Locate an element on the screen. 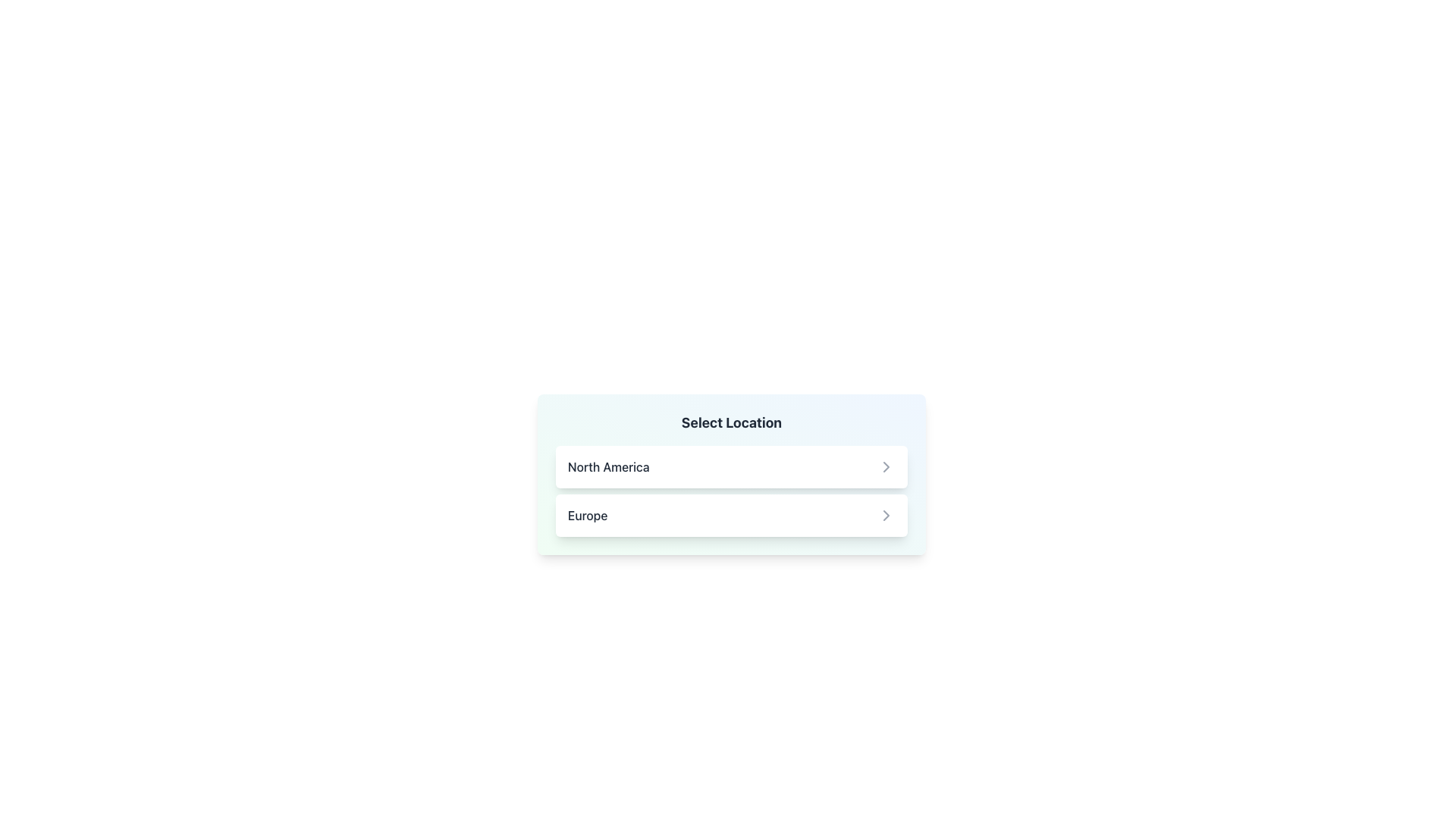 The width and height of the screenshot is (1456, 819). the first selectable item in the location selection menu, which is labeled 'North America', using keyboard focus is located at coordinates (731, 466).